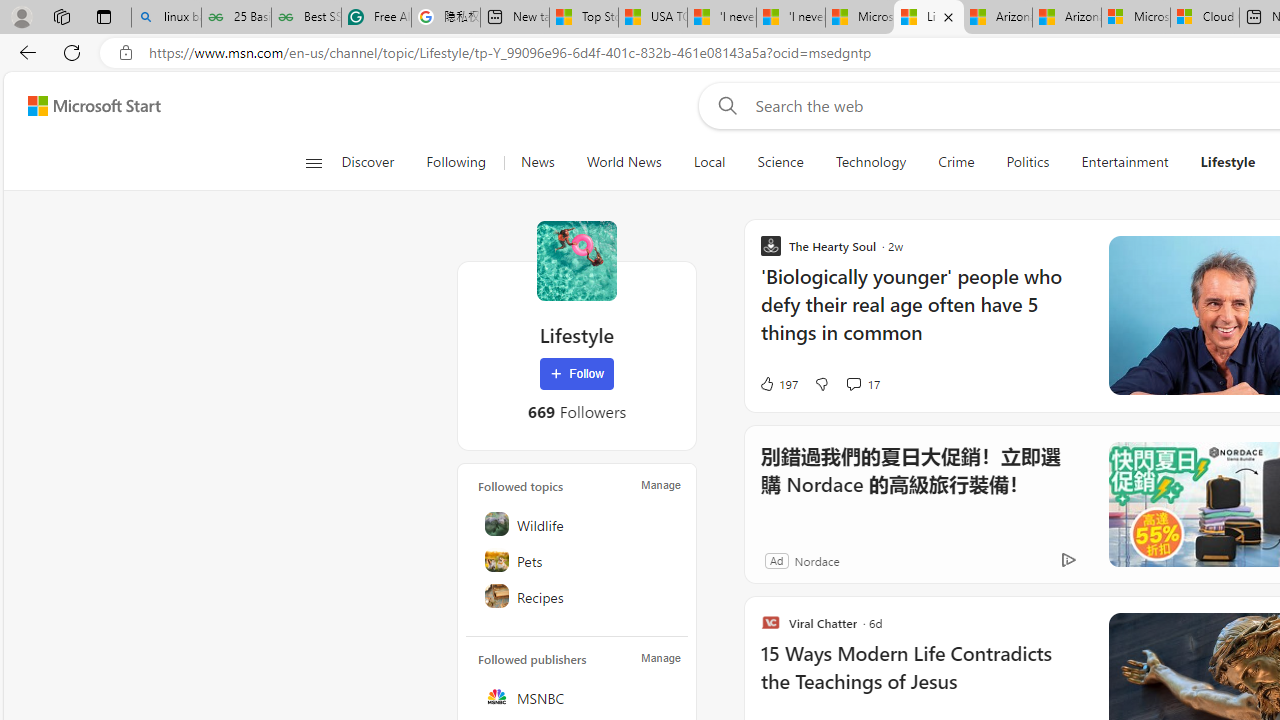  What do you see at coordinates (1204, 17) in the screenshot?
I see `'Cloud Computing Services | Microsoft Azure'` at bounding box center [1204, 17].